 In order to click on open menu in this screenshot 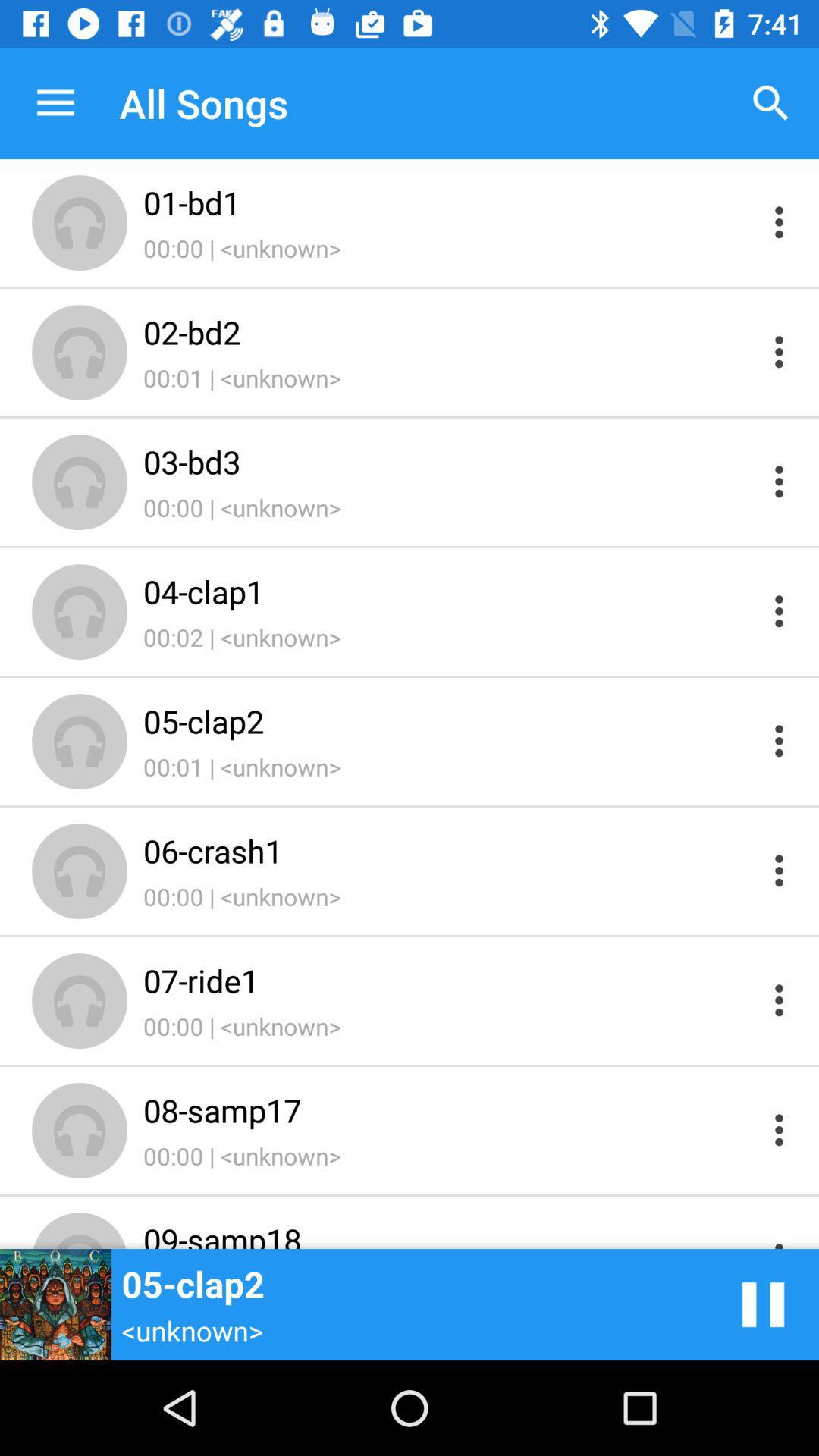, I will do `click(779, 351)`.